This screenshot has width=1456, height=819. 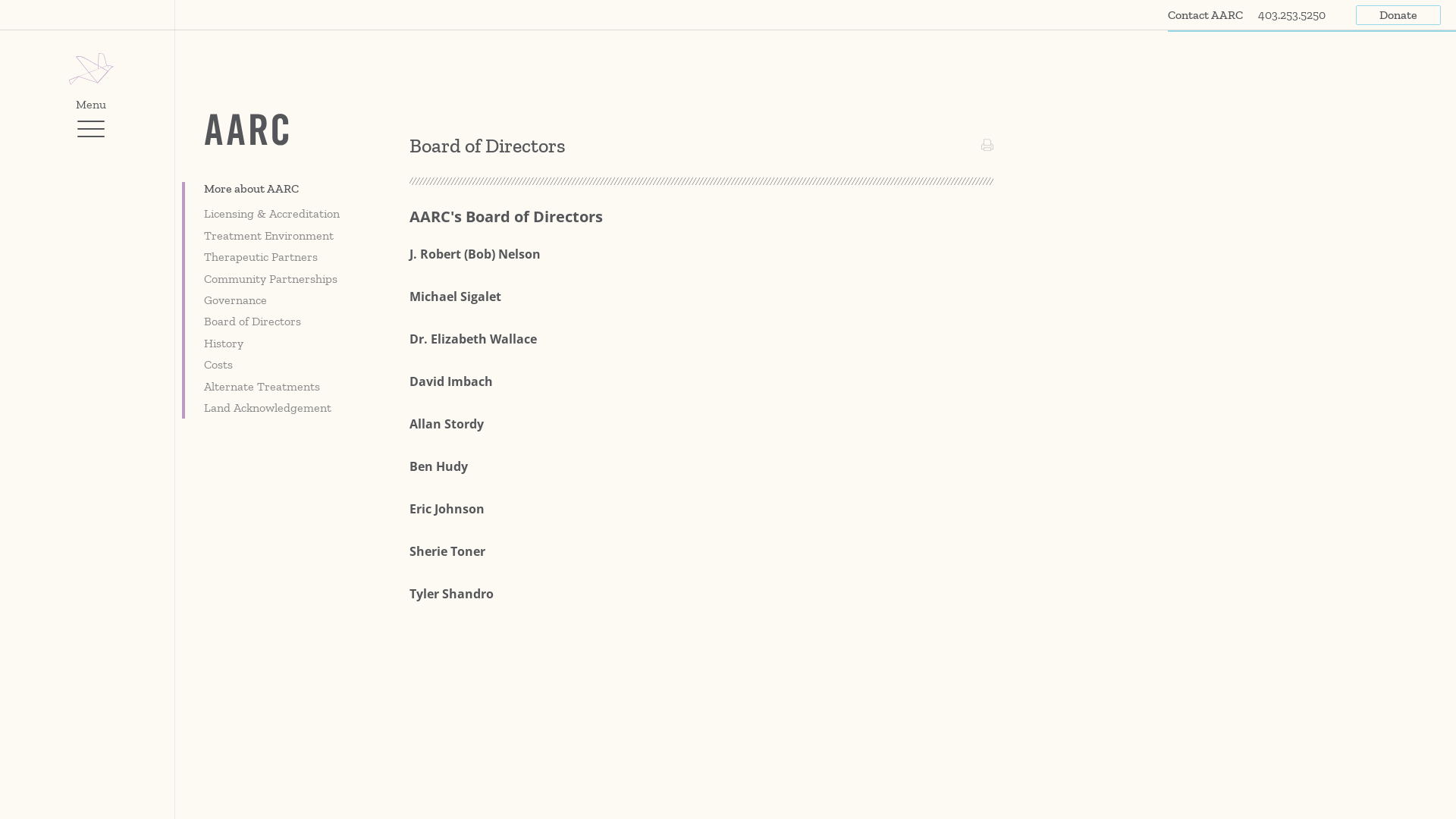 I want to click on 'Alternate Treatments', so click(x=284, y=385).